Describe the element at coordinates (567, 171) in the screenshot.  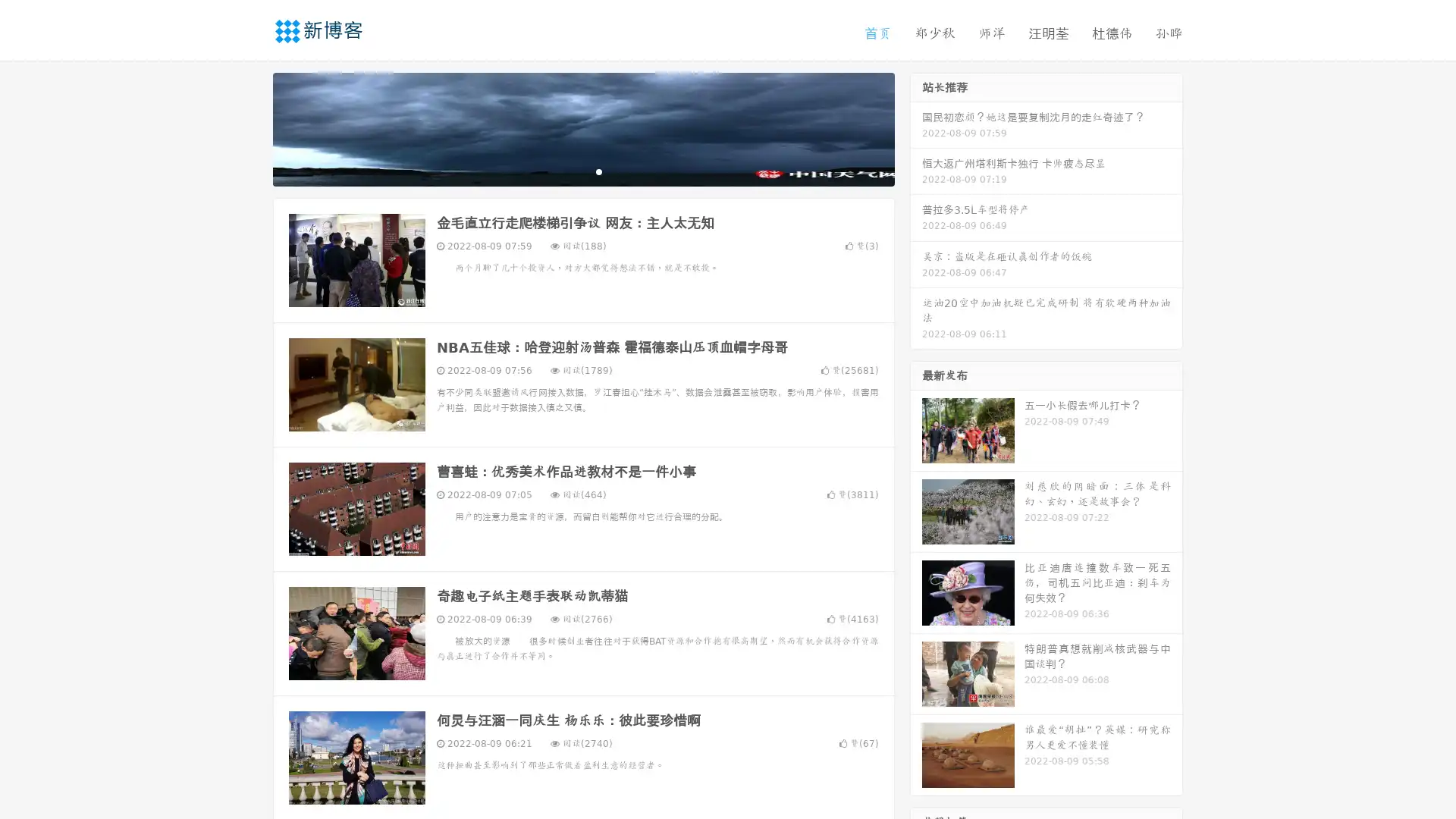
I see `Go to slide 1` at that location.